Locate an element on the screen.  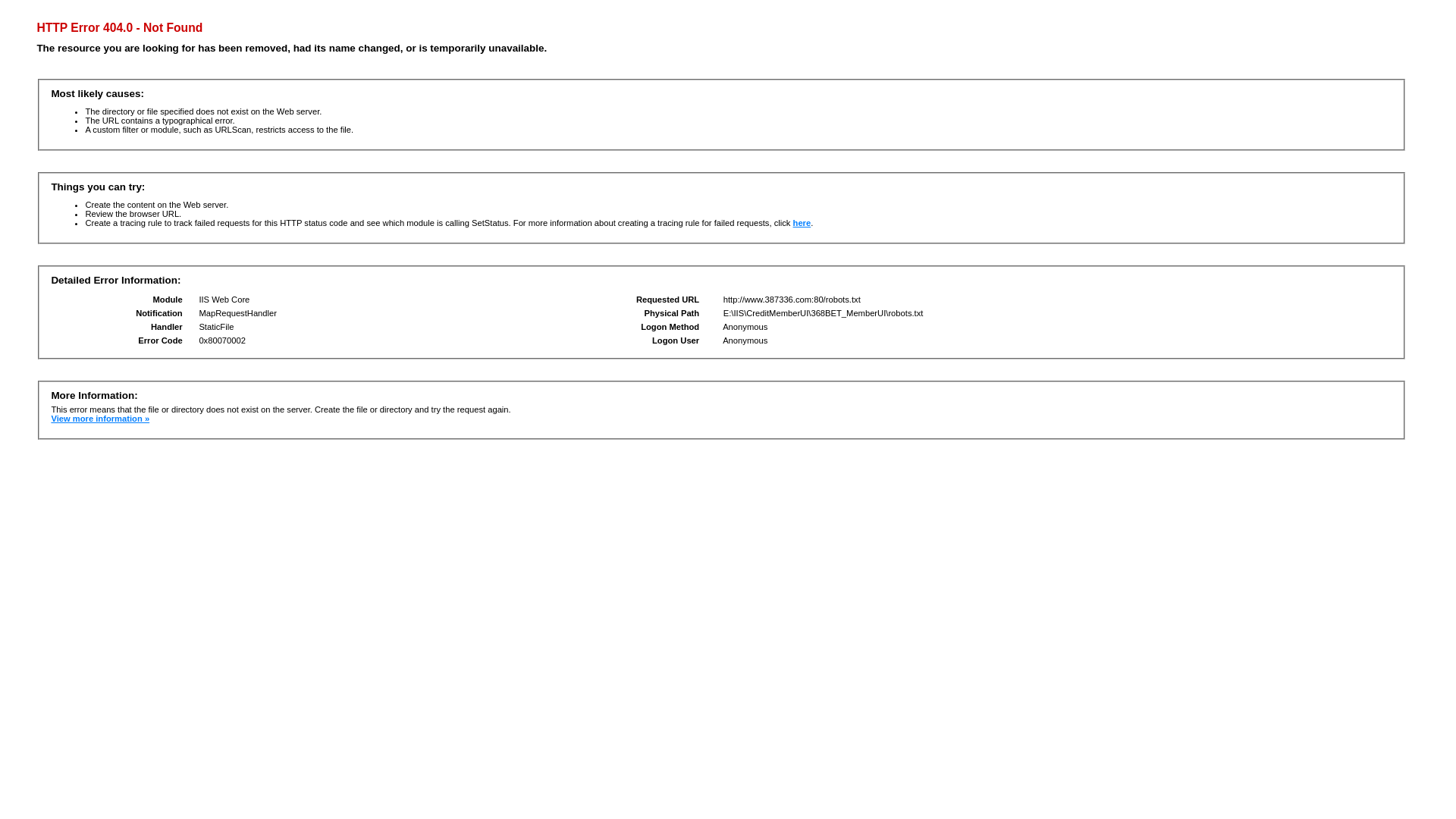
'here' is located at coordinates (801, 222).